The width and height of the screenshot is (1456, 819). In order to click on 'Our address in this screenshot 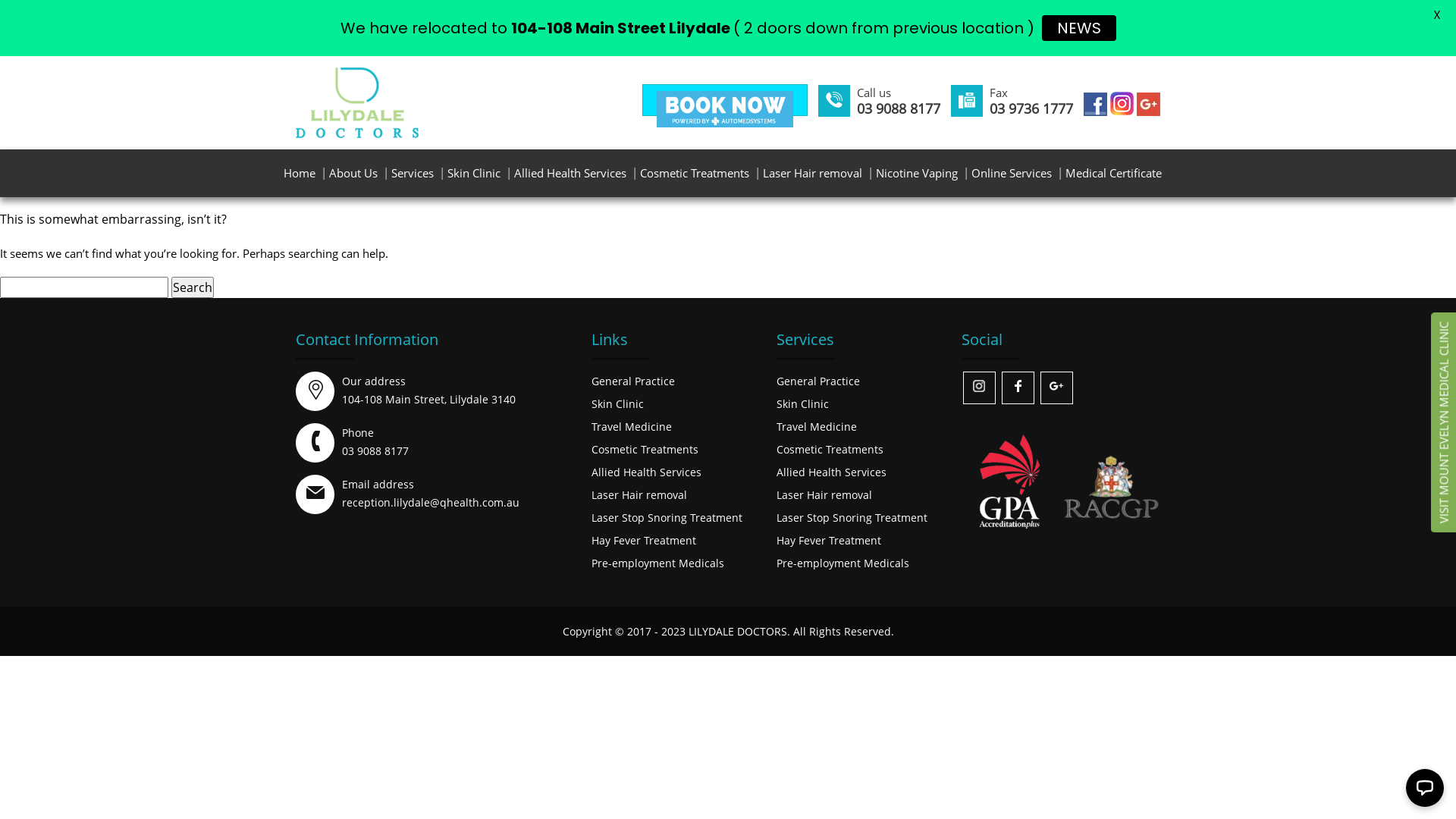, I will do `click(428, 389)`.